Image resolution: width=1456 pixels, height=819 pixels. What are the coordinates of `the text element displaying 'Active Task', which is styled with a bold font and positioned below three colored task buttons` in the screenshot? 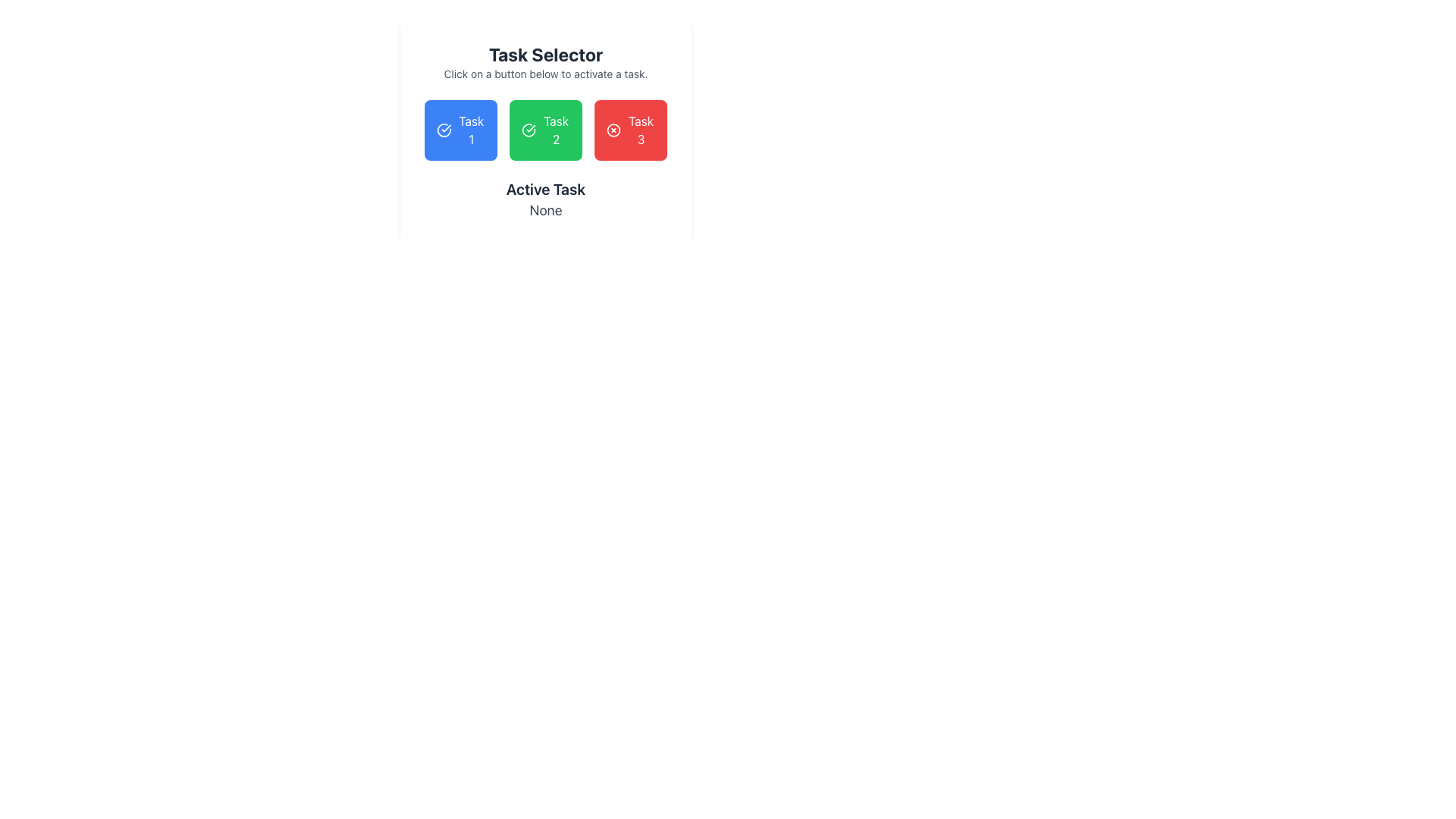 It's located at (546, 189).